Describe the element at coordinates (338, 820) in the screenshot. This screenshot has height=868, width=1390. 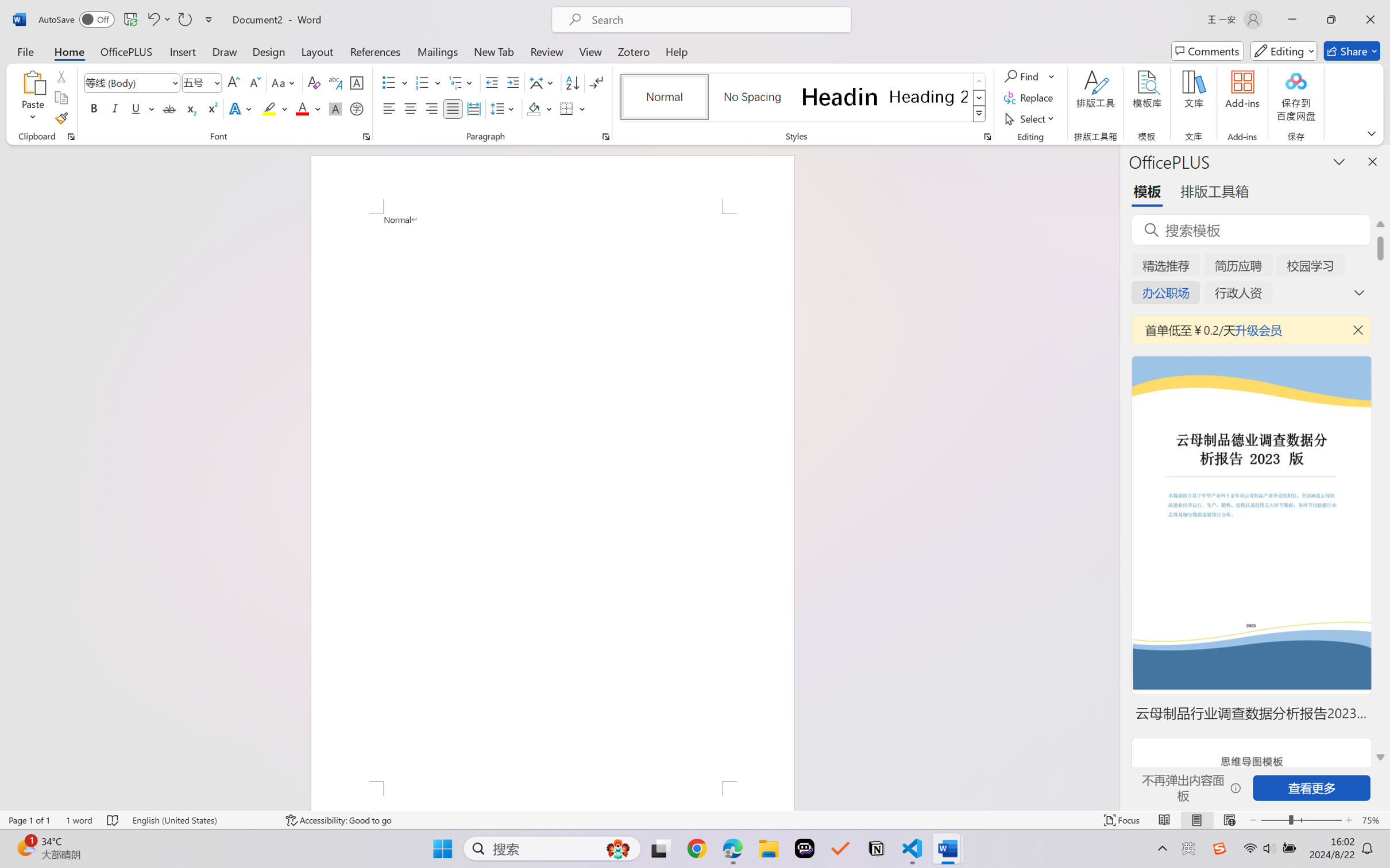
I see `'Accessibility Checker Accessibility: Good to go'` at that location.